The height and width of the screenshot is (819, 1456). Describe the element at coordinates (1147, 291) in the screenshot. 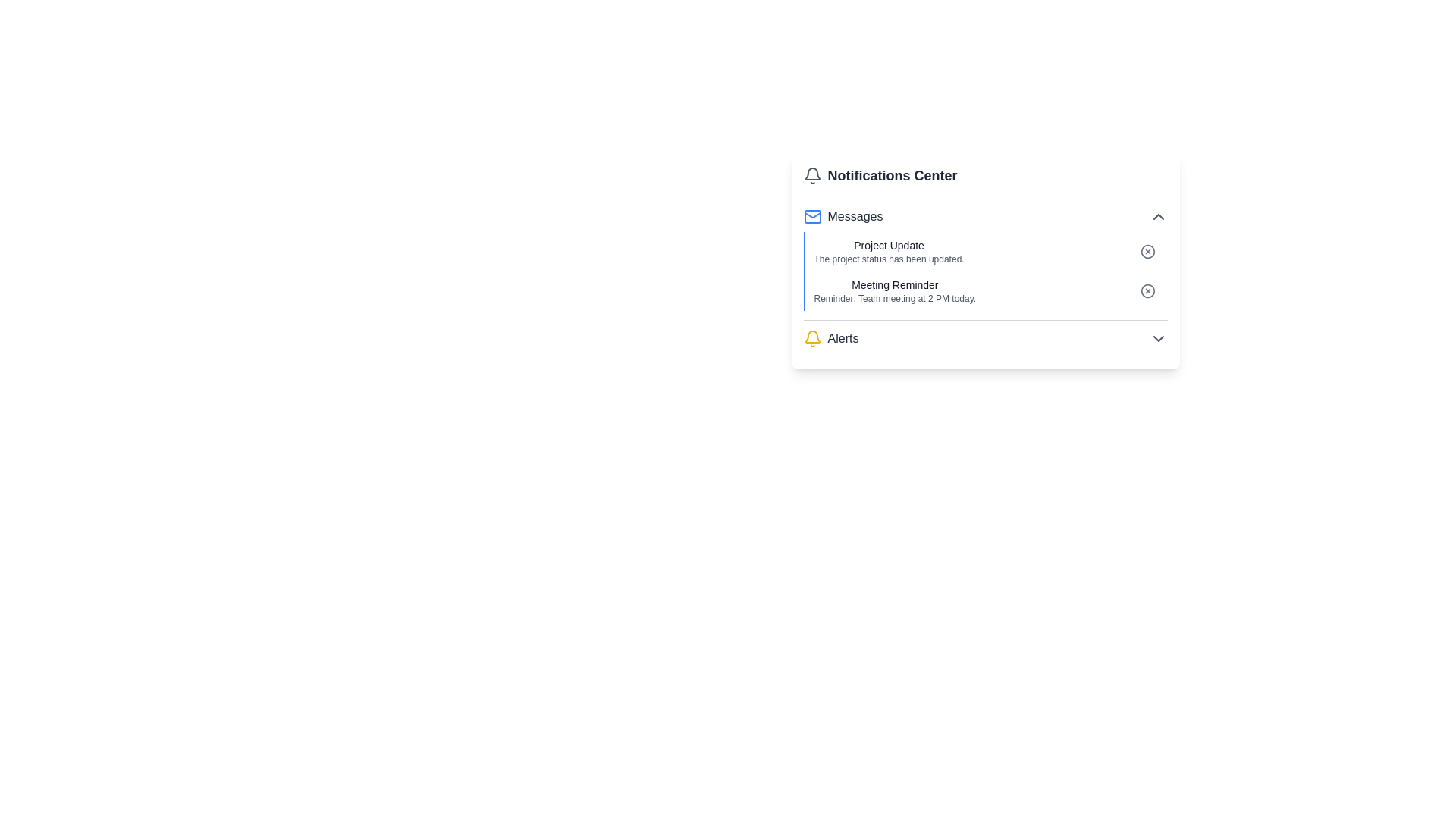

I see `the circular icon button with a cross inside, located to the right of the 'Meeting Reminder' text under the 'Messages' section in the Notifications Center card` at that location.